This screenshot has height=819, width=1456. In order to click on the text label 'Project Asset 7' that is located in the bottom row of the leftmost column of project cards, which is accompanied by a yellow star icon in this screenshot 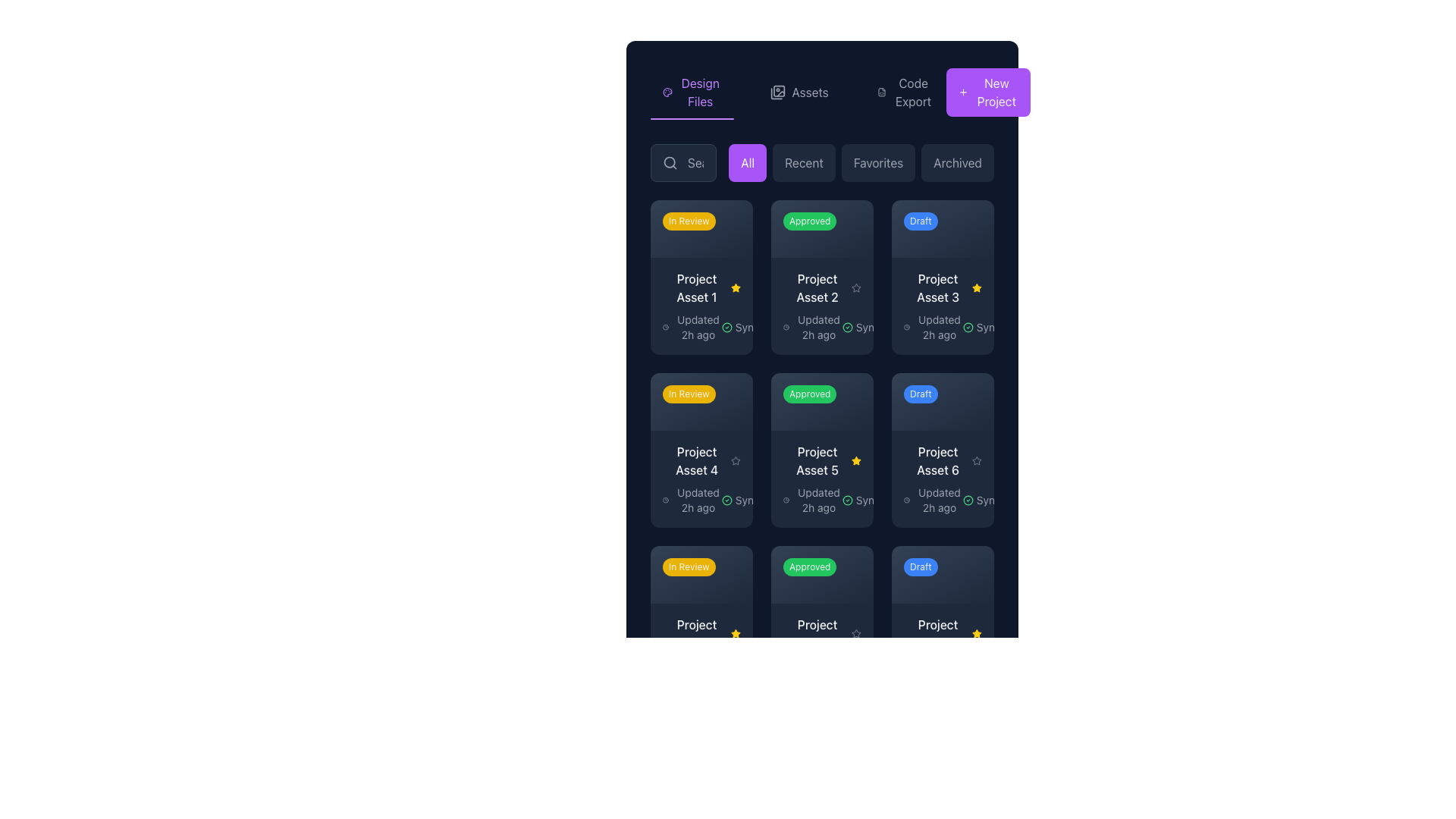, I will do `click(701, 633)`.